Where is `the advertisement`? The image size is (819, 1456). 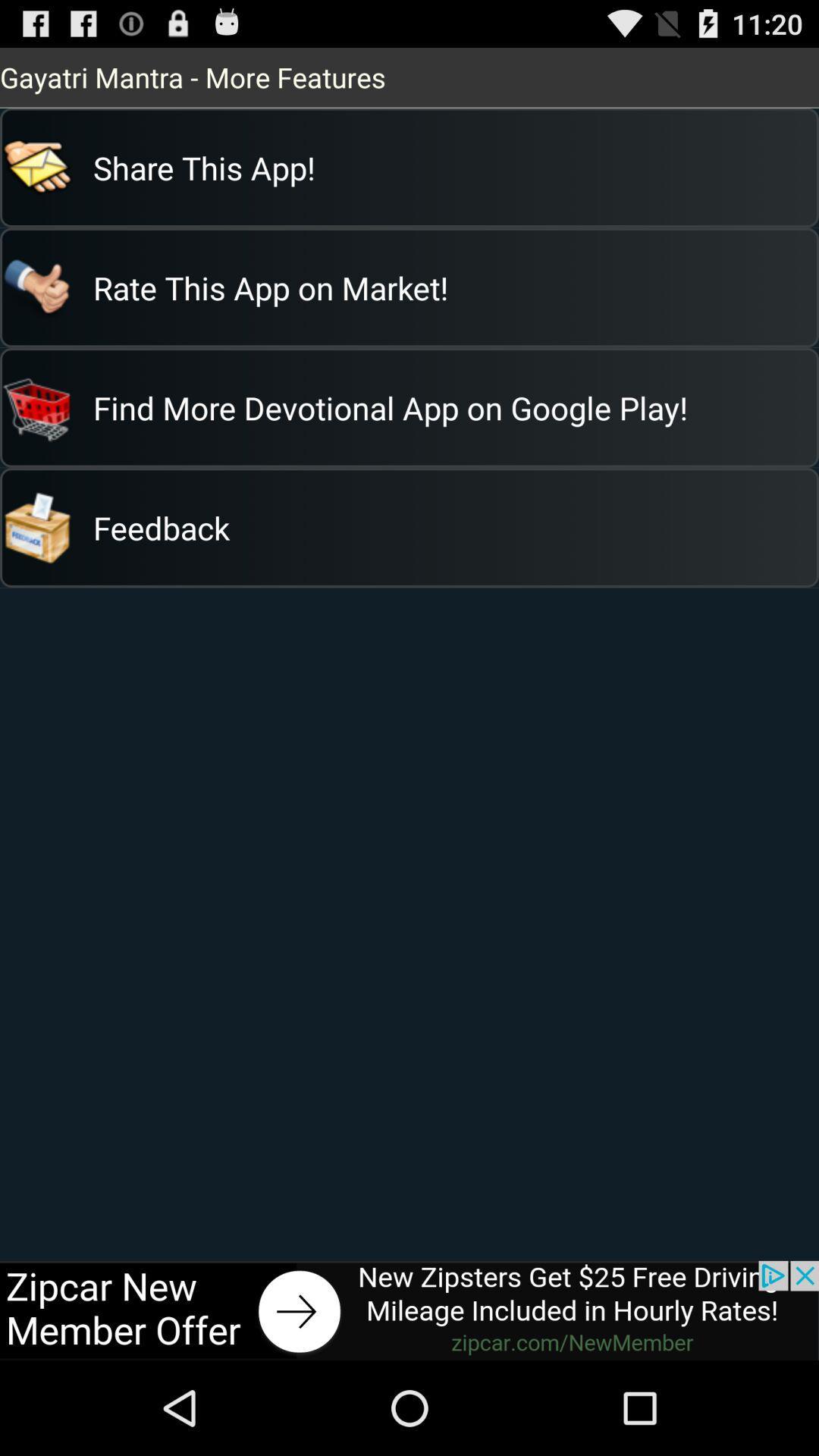
the advertisement is located at coordinates (409, 1310).